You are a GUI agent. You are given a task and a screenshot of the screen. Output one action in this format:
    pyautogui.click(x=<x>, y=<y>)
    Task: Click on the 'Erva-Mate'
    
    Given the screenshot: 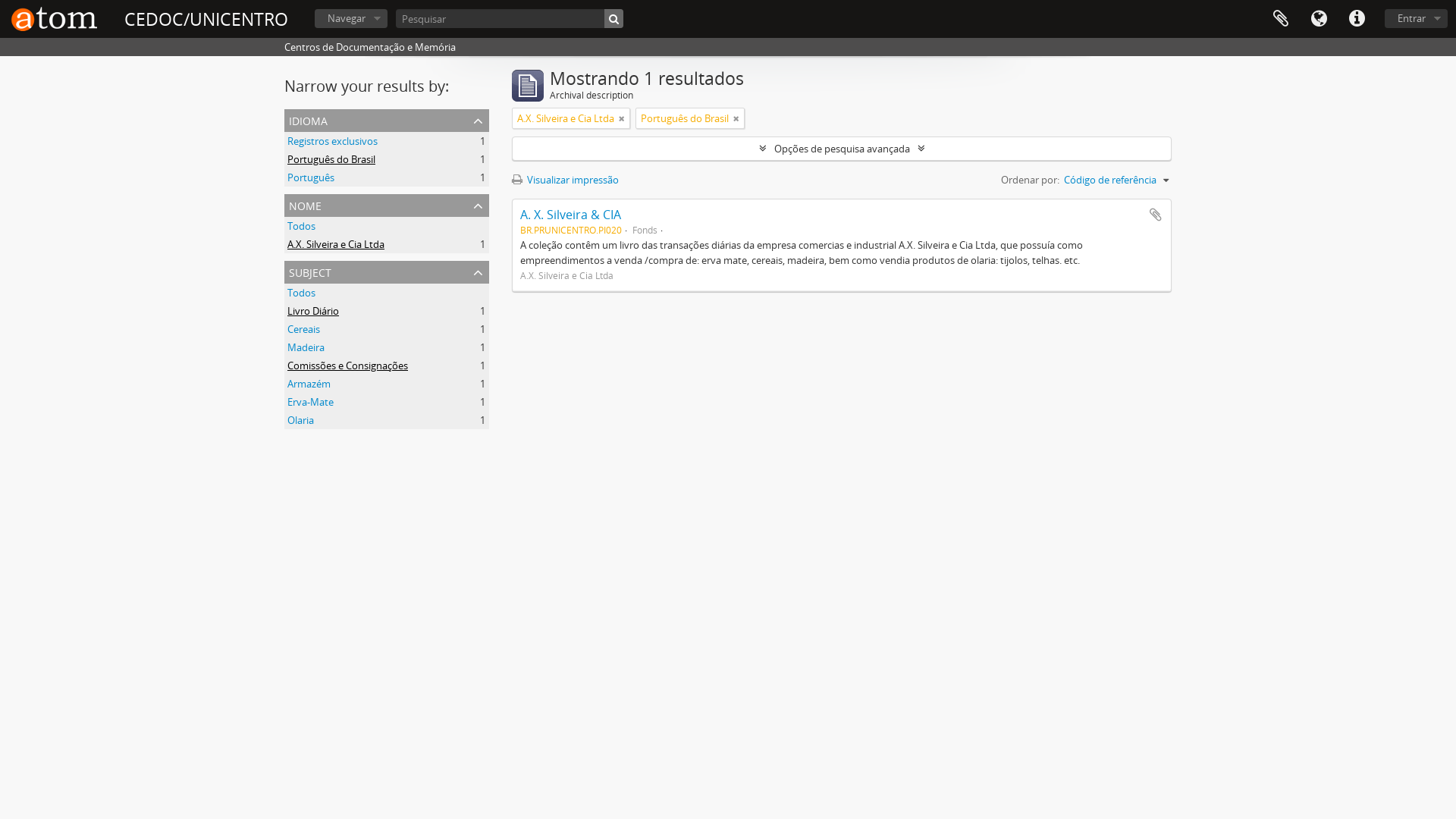 What is the action you would take?
    pyautogui.click(x=309, y=400)
    